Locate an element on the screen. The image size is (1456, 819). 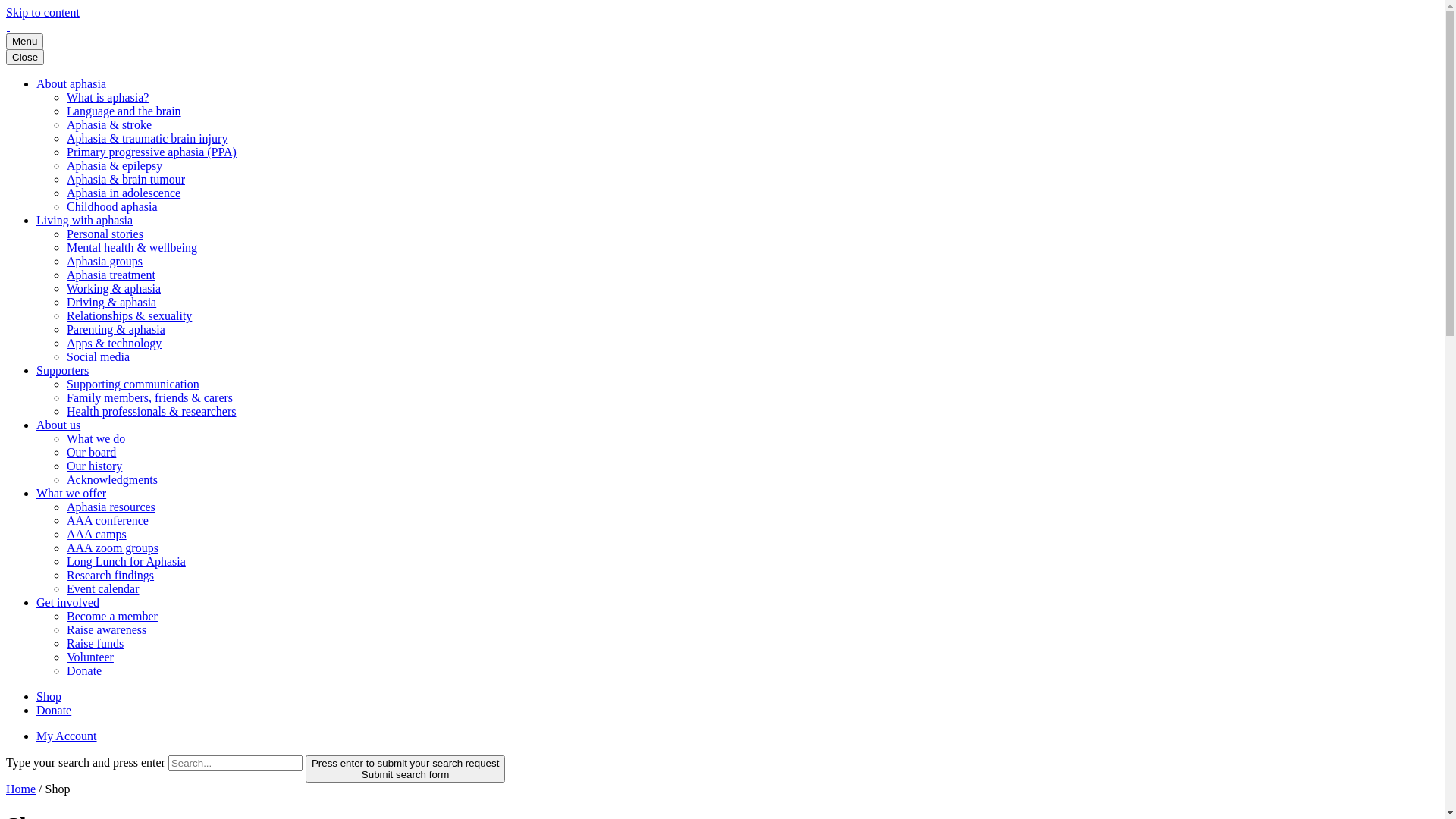
'Aphasia resources' is located at coordinates (110, 507).